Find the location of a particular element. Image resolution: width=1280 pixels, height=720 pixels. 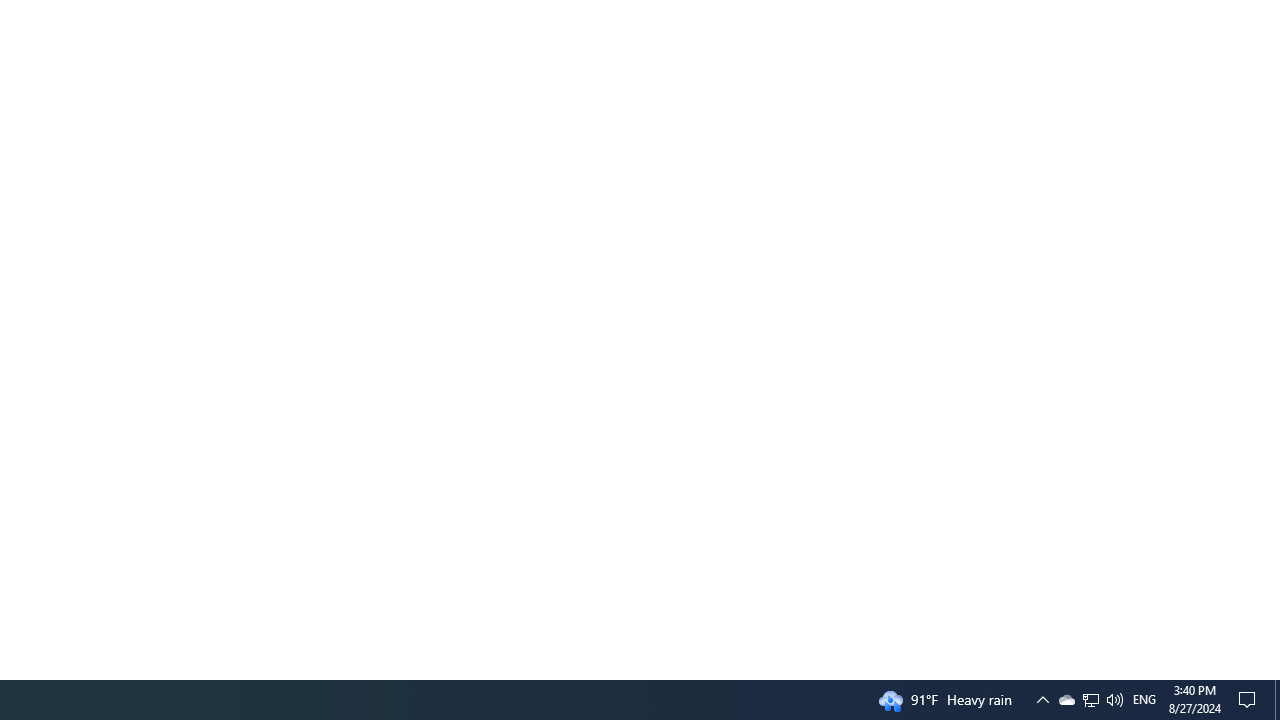

'Q2790: 100%' is located at coordinates (1113, 698).